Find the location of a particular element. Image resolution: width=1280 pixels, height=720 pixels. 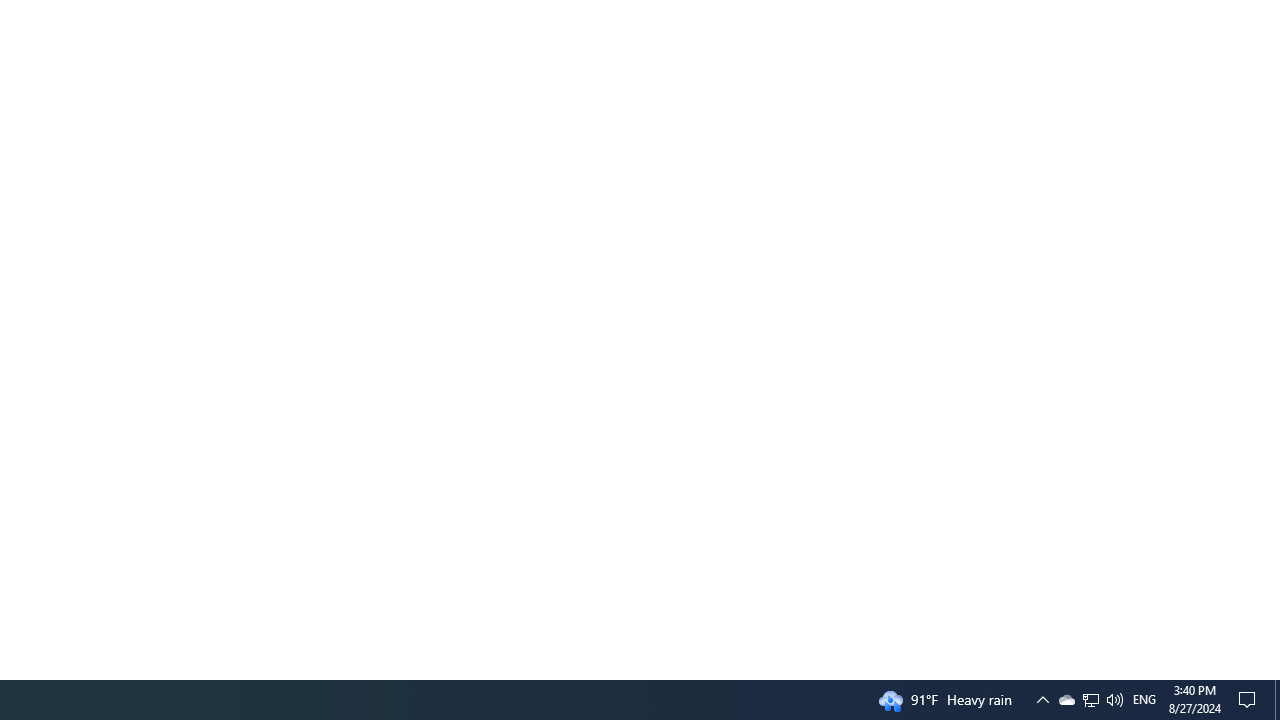

'Q2790: 100%' is located at coordinates (1113, 698).